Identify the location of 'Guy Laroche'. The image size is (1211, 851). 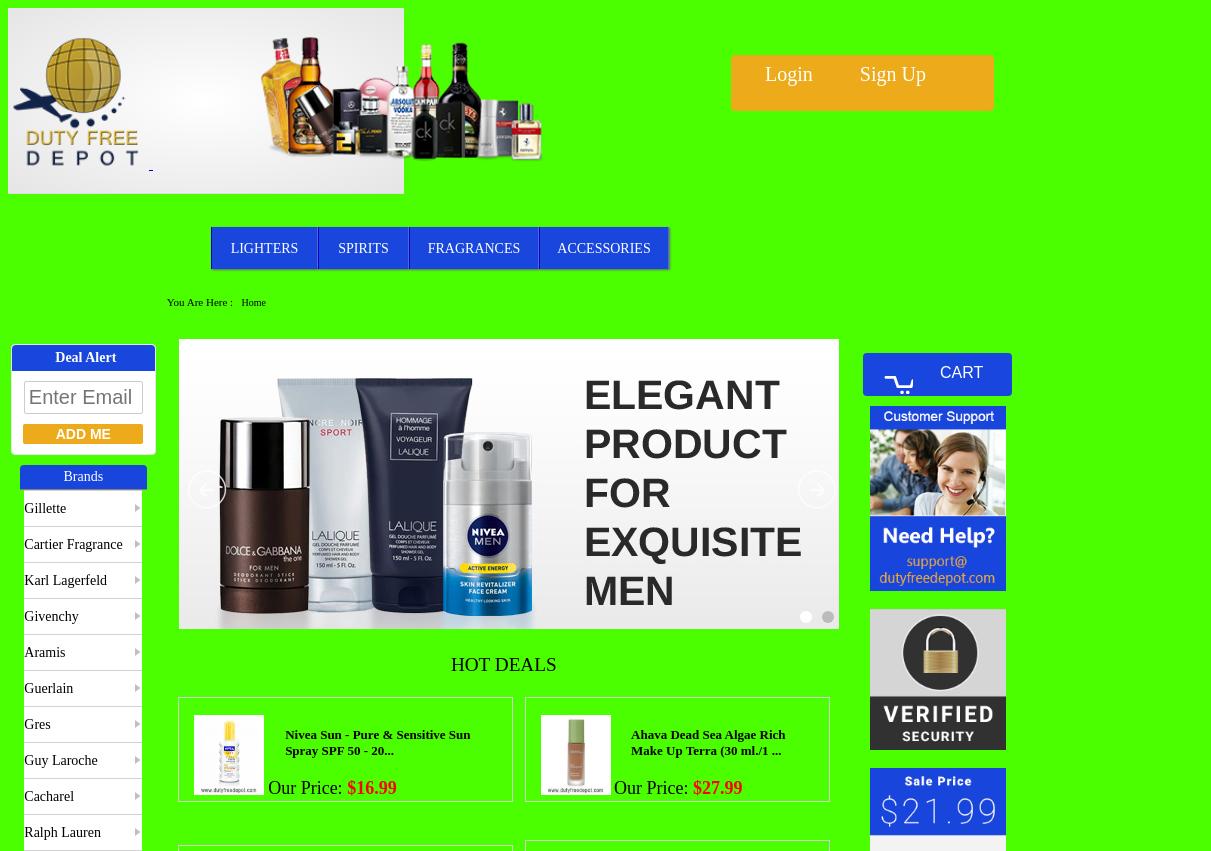
(22, 759).